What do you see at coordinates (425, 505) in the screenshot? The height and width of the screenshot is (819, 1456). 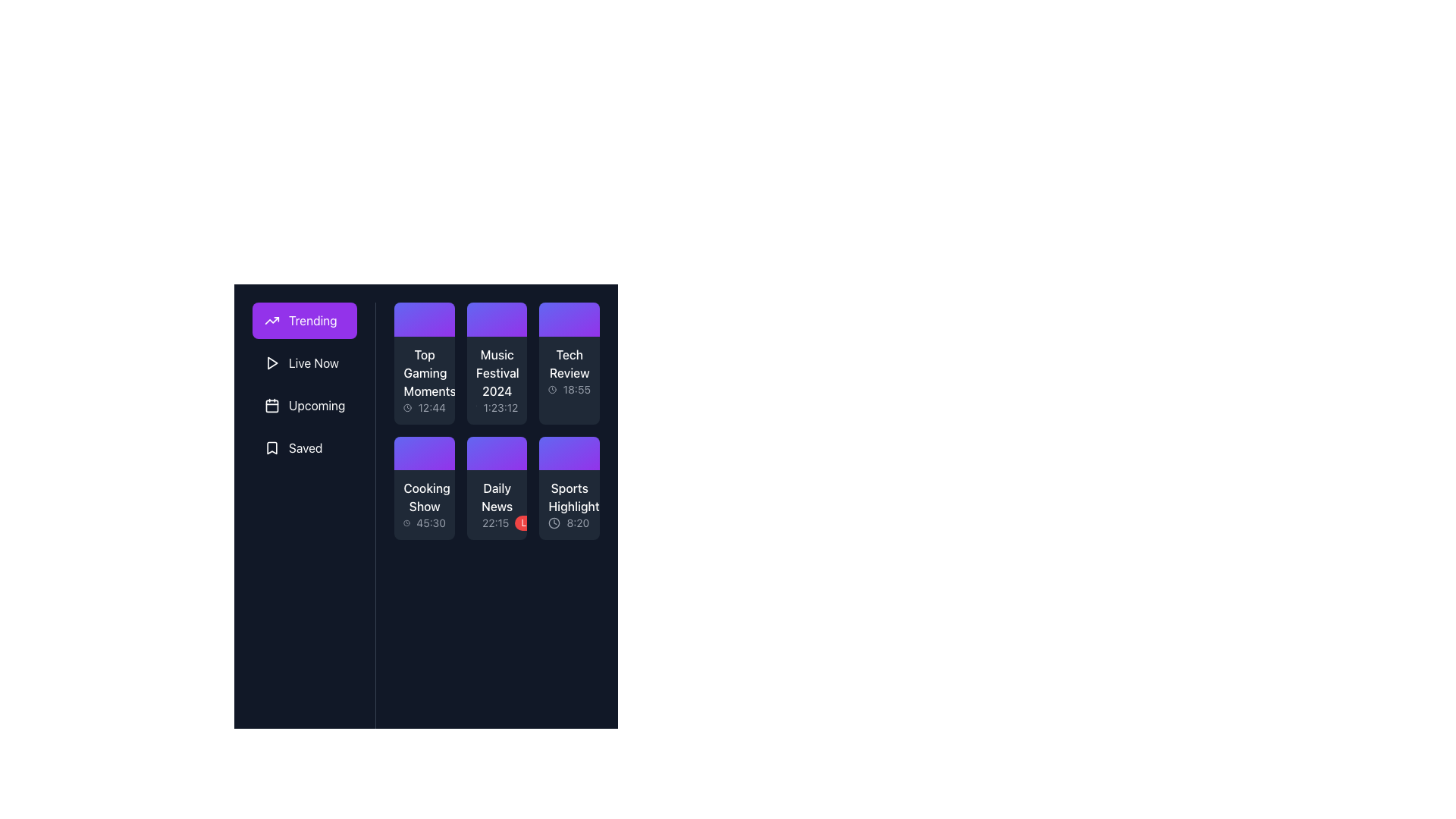 I see `the Preview card for the media content titled 'Cooking Show', which displays a duration of 45:30 and is located in the second row of the grid under 'Top Gaming Moments'` at bounding box center [425, 505].